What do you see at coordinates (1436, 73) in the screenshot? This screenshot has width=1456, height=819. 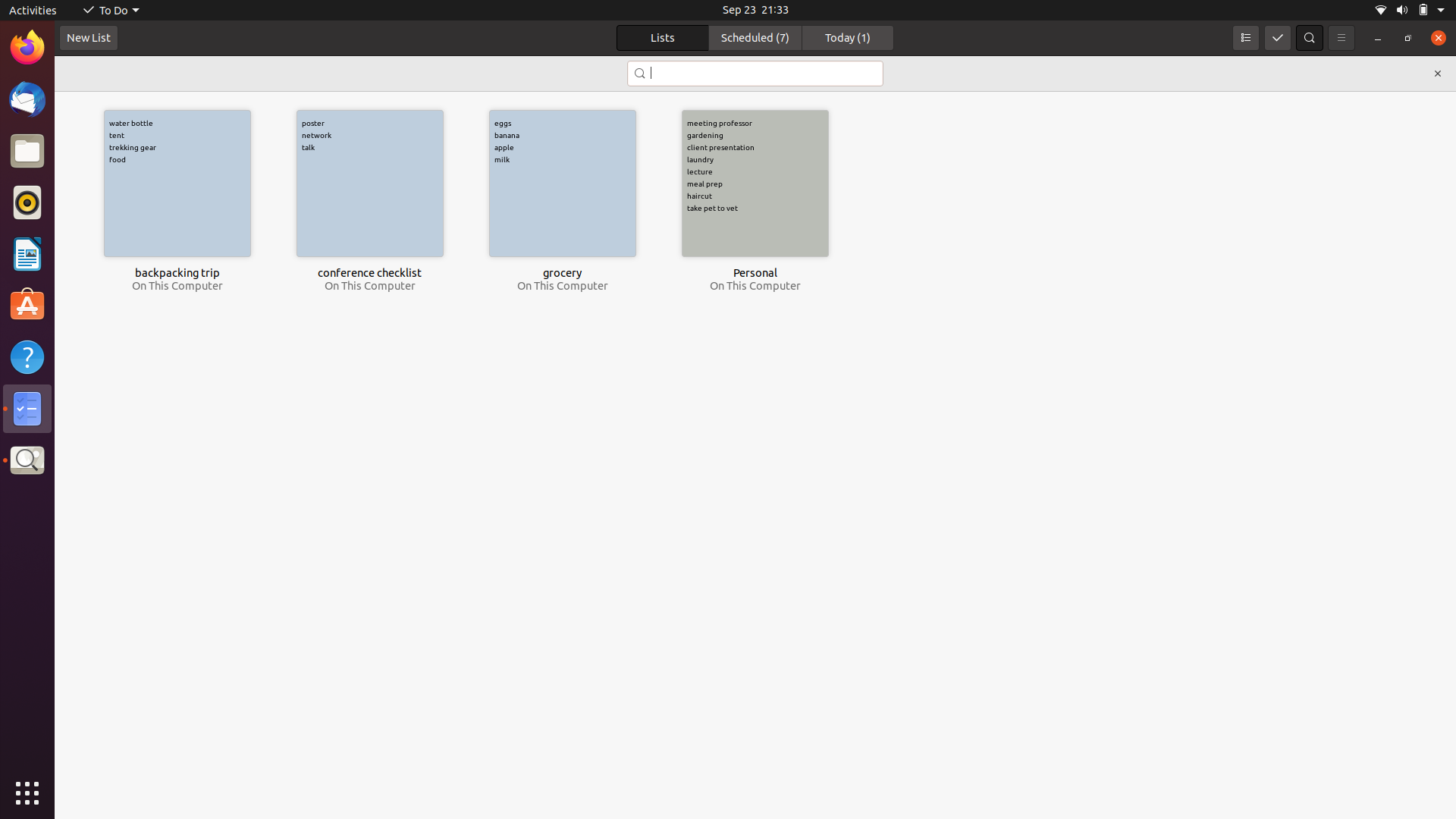 I see `Terminate search bar with the aid of mouse click` at bounding box center [1436, 73].